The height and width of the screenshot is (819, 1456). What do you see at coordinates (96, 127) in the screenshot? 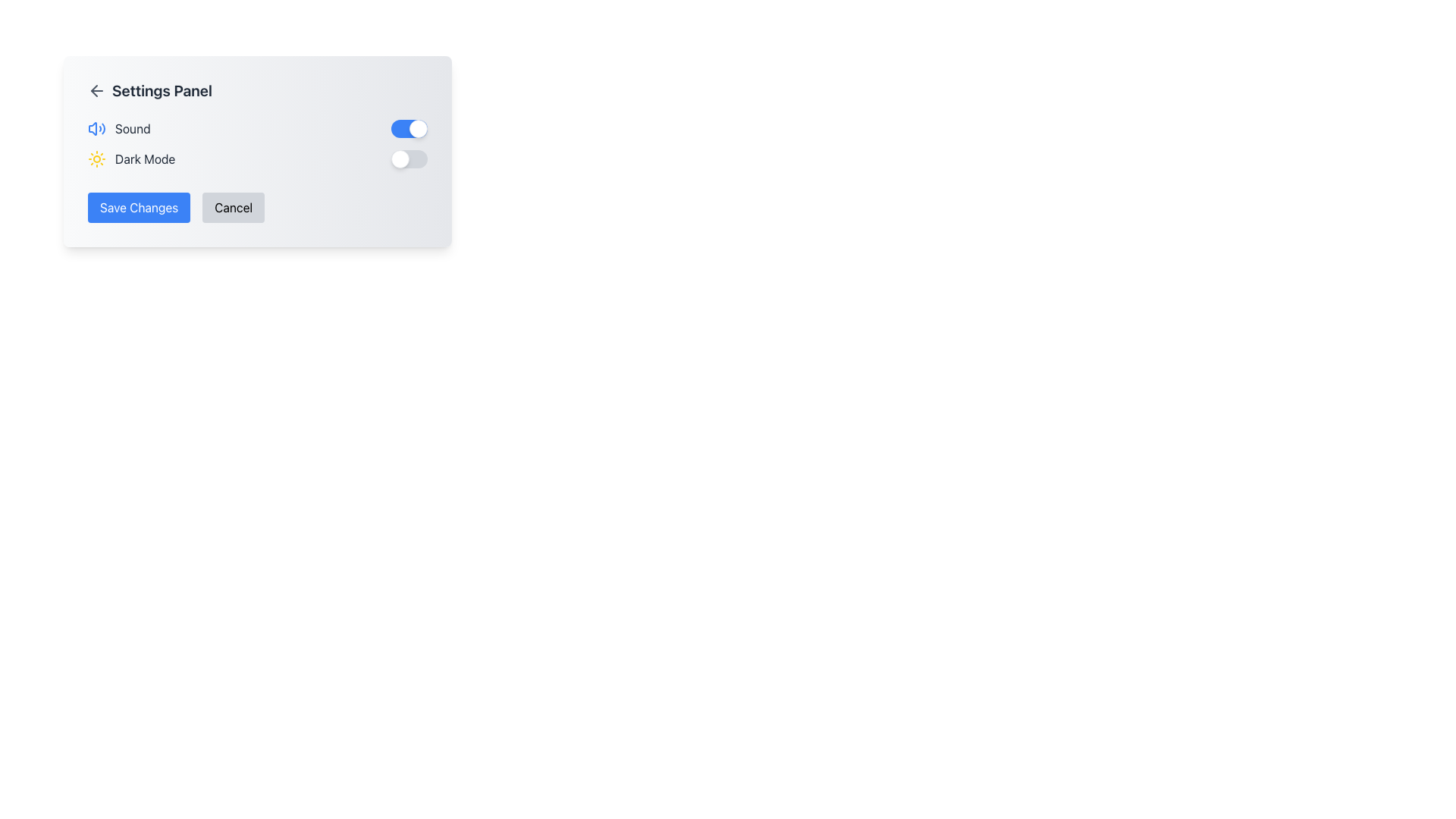
I see `the sound settings icon located in the top left corner of the settings panel, which visually indicates the sound-related settings category` at bounding box center [96, 127].